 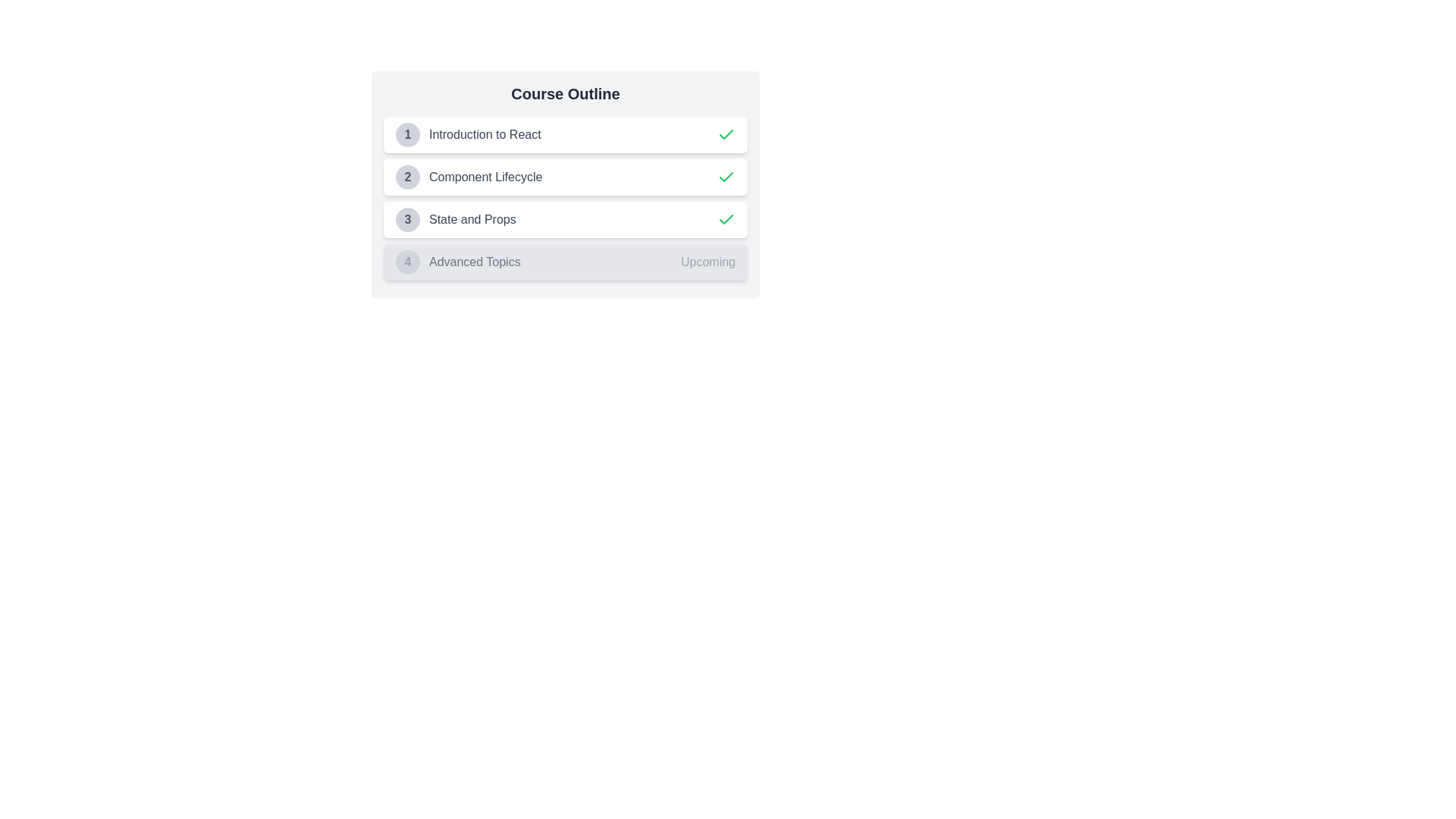 I want to click on to select or highlight the fourth item in the course outline list, which displays a specific topic's title and status indicator, so click(x=564, y=262).